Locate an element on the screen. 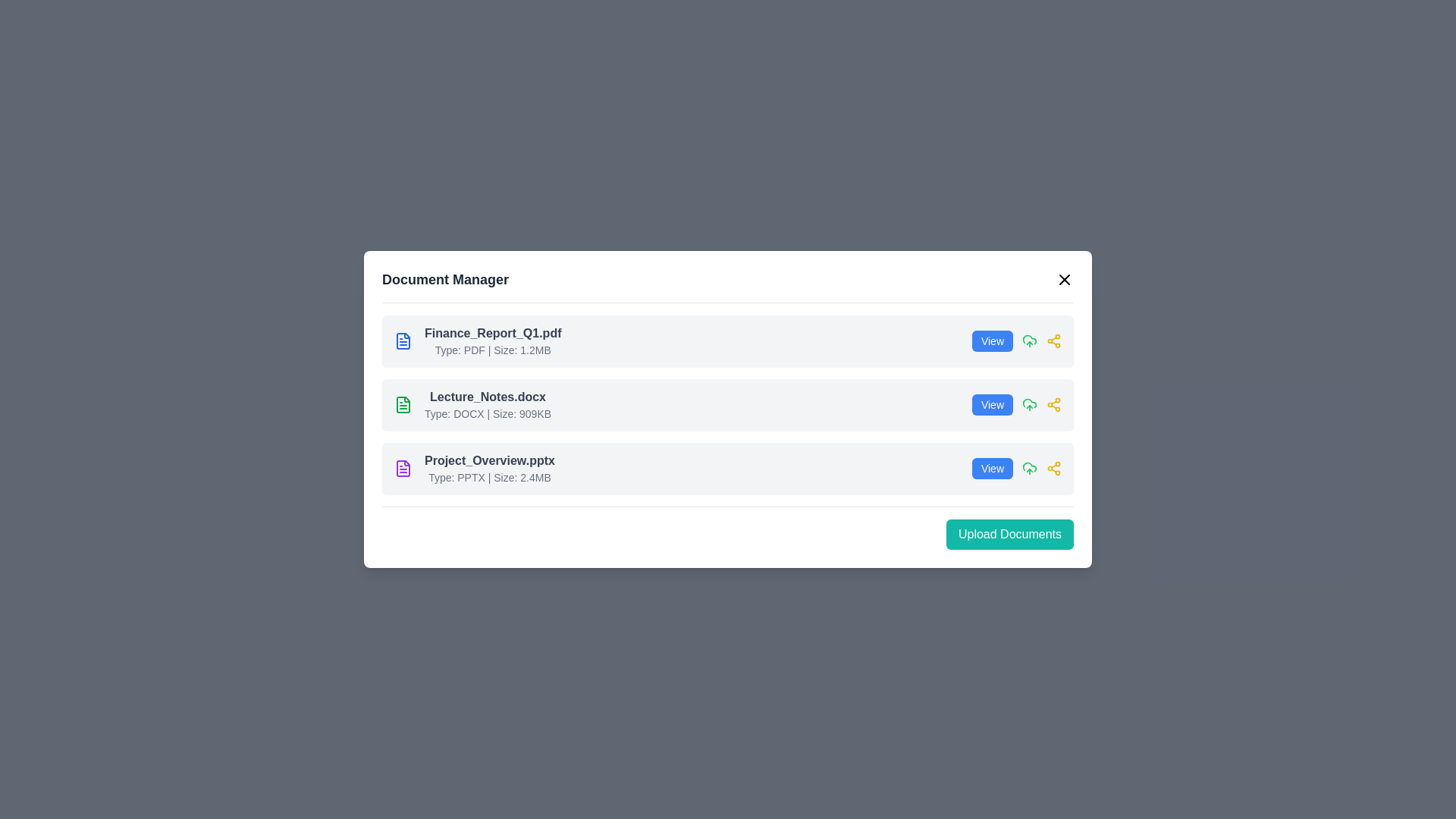 The image size is (1456, 819). the green cloud upload icon located in the second row of the document list, positioned just to the right of the 'View' button and before the 'Share' icon, to initiate an upload action is located at coordinates (1030, 403).